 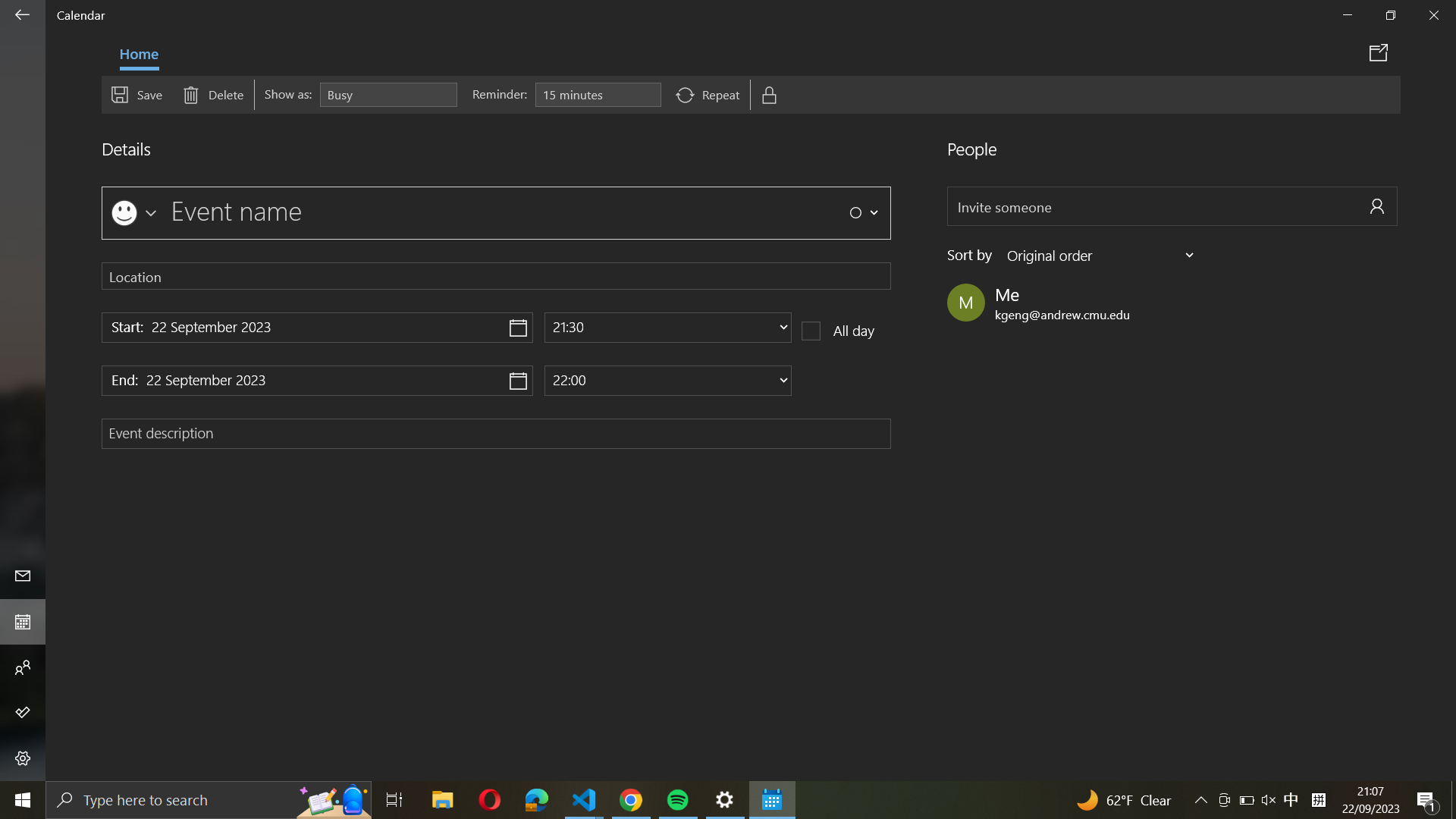 What do you see at coordinates (316, 327) in the screenshot?
I see `a click on the start date button` at bounding box center [316, 327].